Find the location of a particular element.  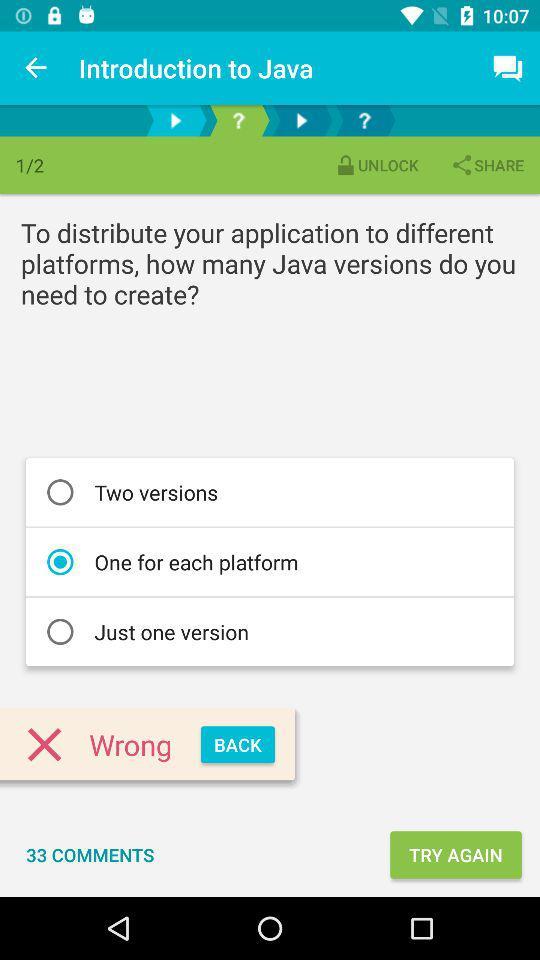

the help icon is located at coordinates (238, 120).